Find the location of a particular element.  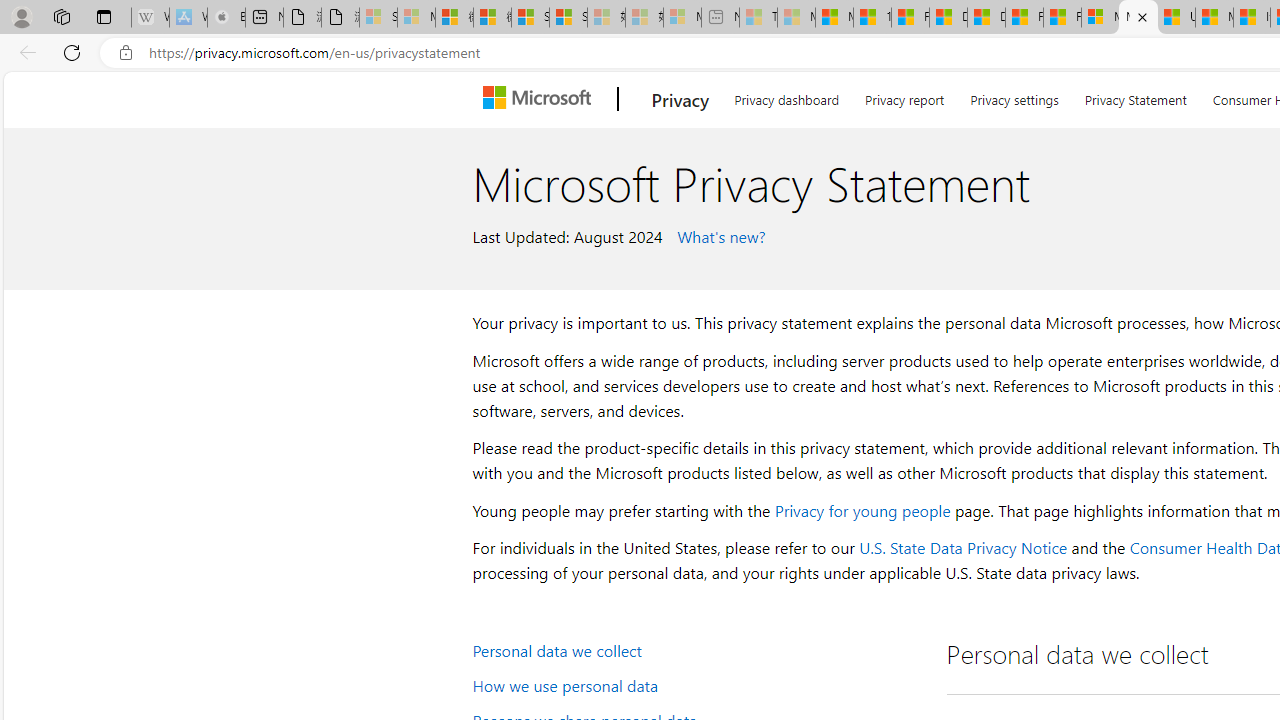

'Privacy report' is located at coordinates (903, 96).